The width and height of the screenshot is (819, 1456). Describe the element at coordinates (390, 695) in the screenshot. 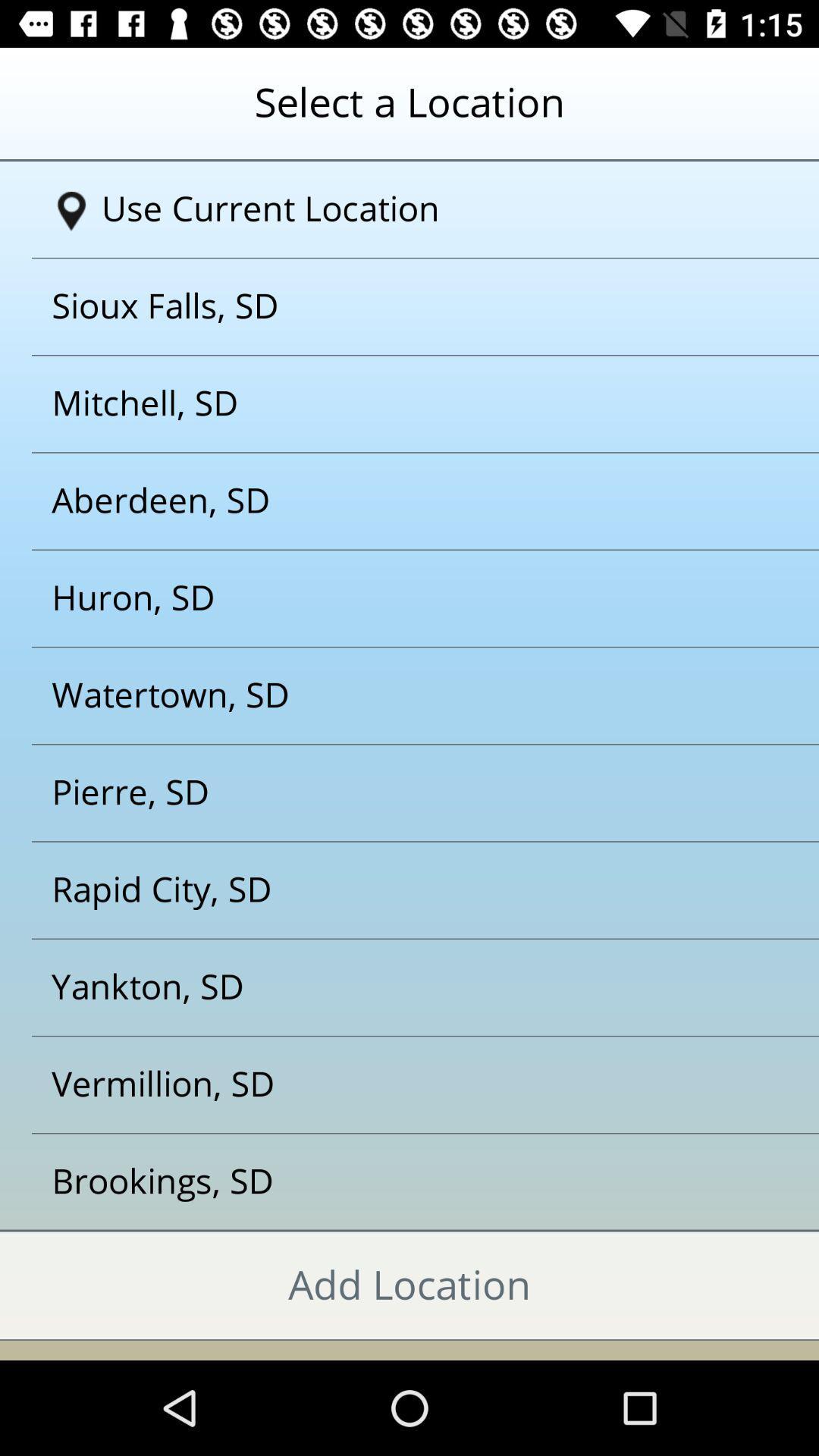

I see `the text which is immediately below huron sd` at that location.